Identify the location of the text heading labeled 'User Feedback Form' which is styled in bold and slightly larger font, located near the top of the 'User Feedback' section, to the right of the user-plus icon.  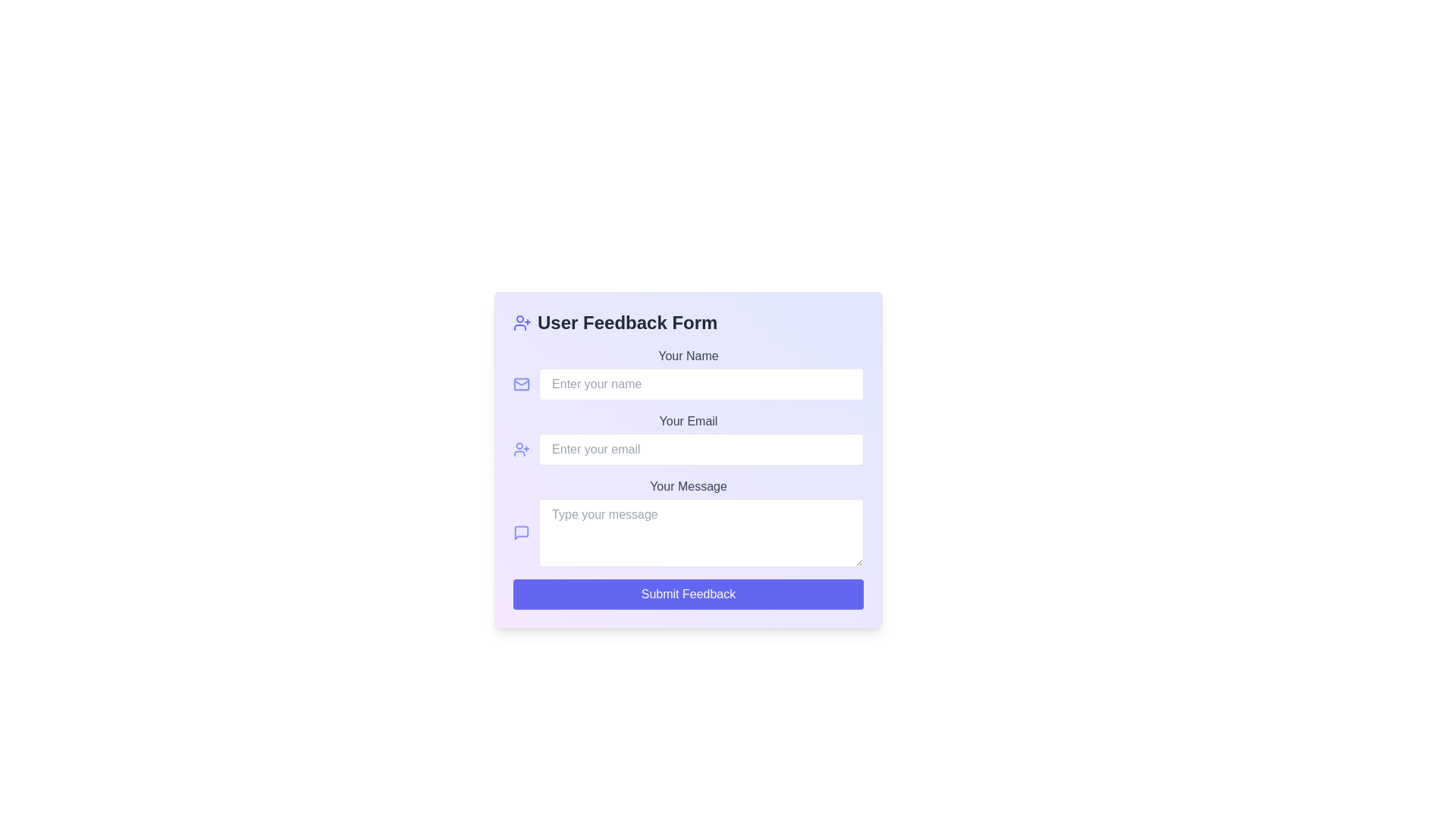
(627, 322).